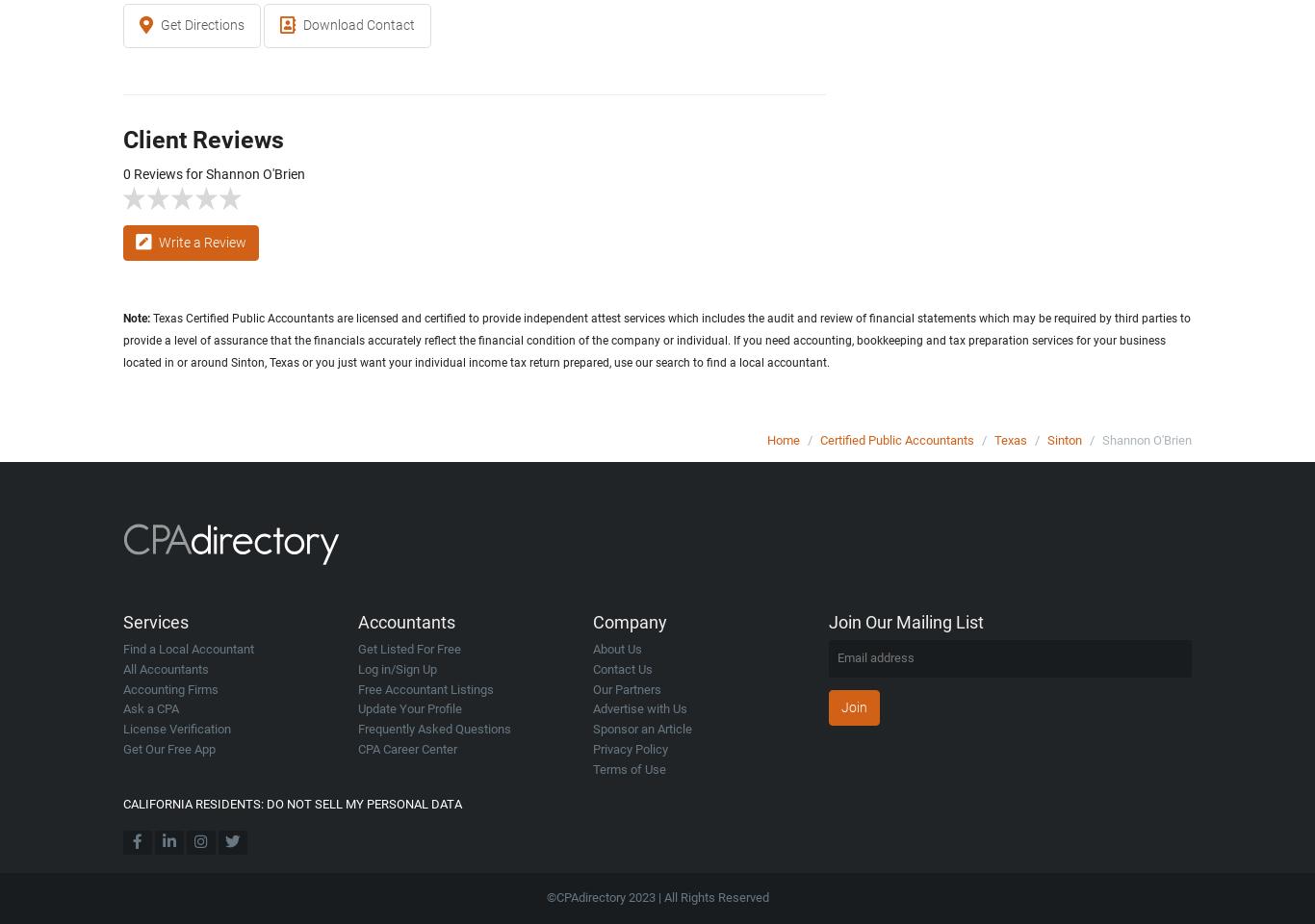 The image size is (1315, 924). I want to click on 'Get Our Free App', so click(168, 747).